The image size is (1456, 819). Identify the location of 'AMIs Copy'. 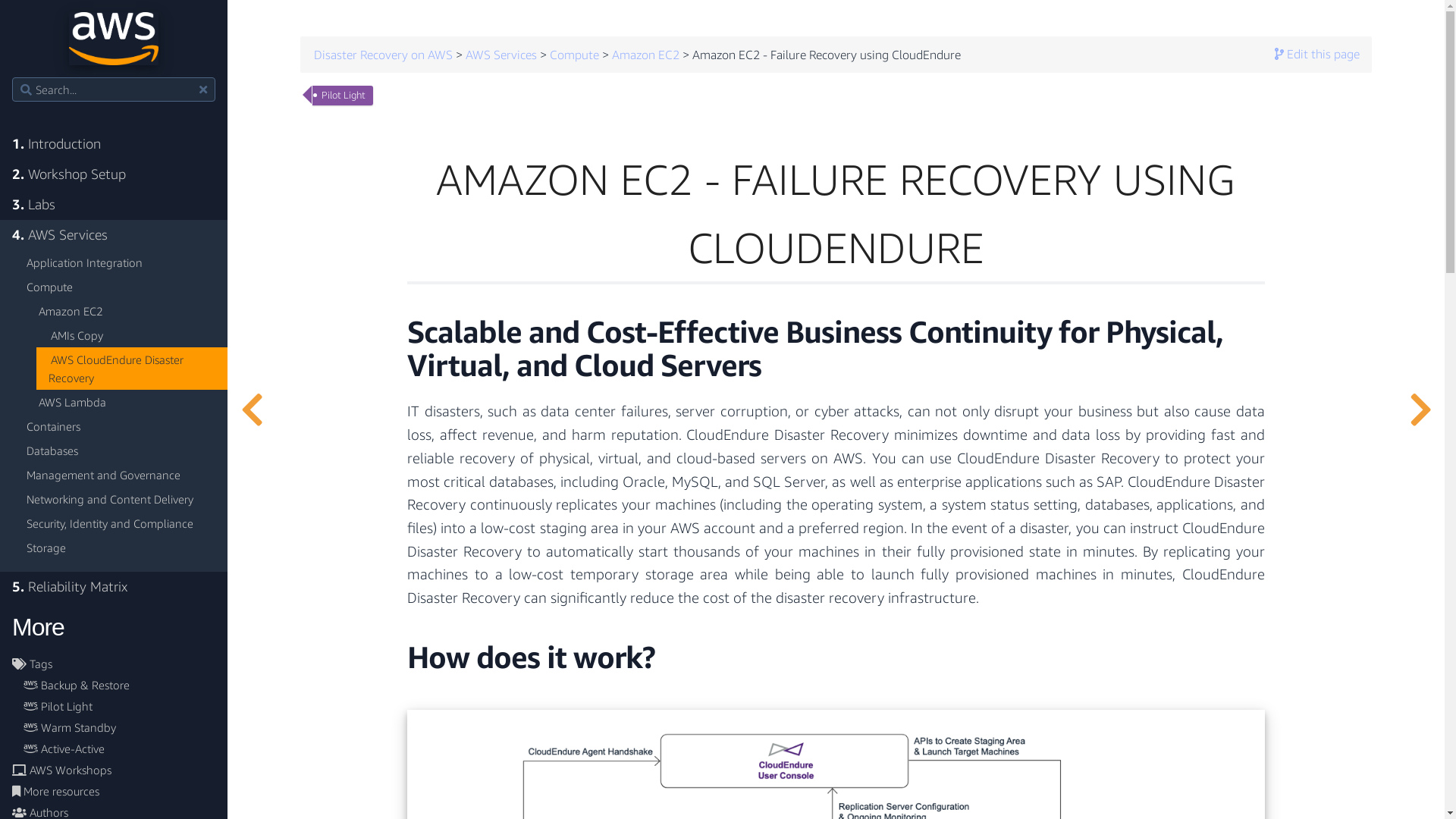
(131, 334).